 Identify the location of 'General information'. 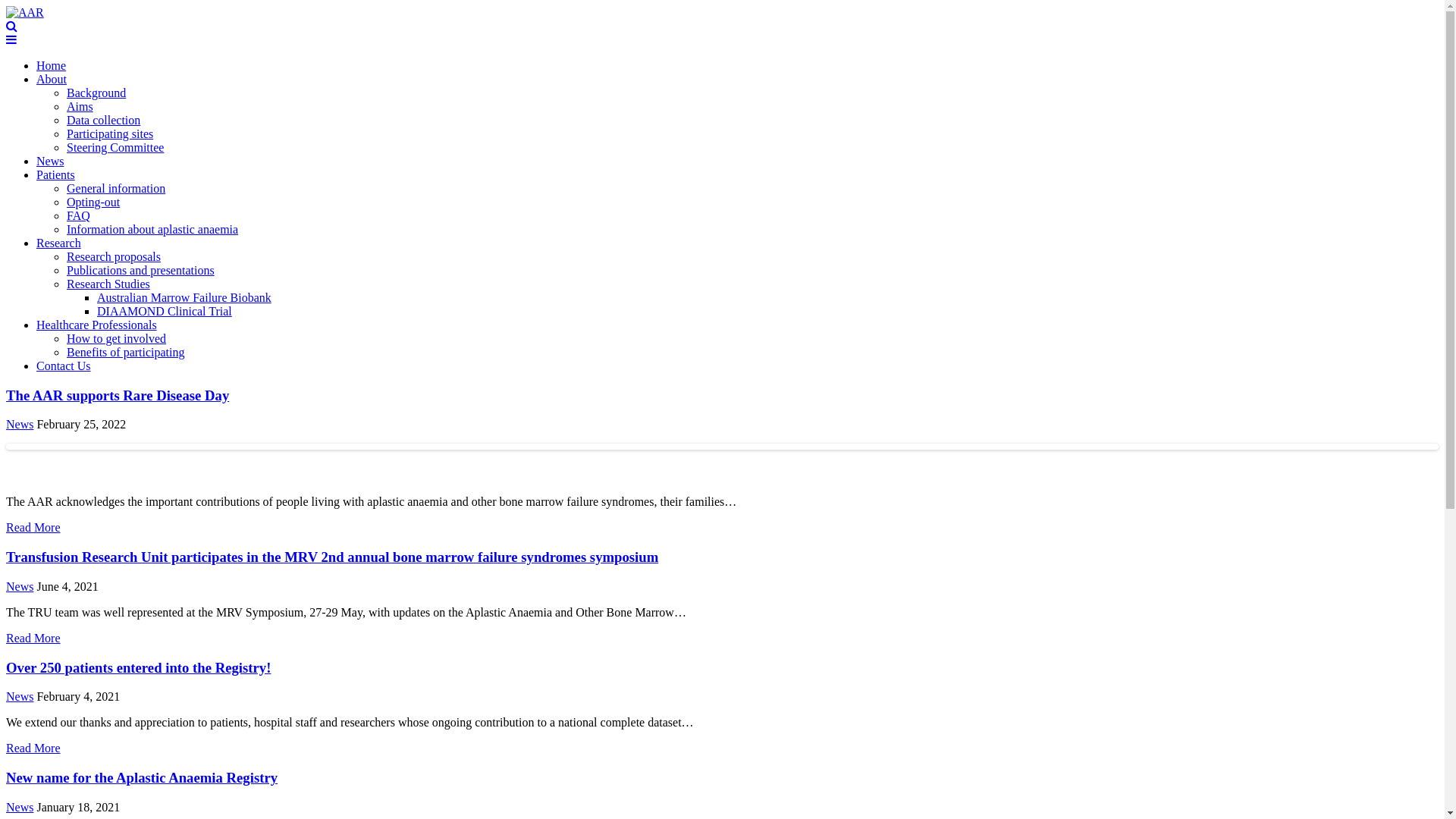
(65, 187).